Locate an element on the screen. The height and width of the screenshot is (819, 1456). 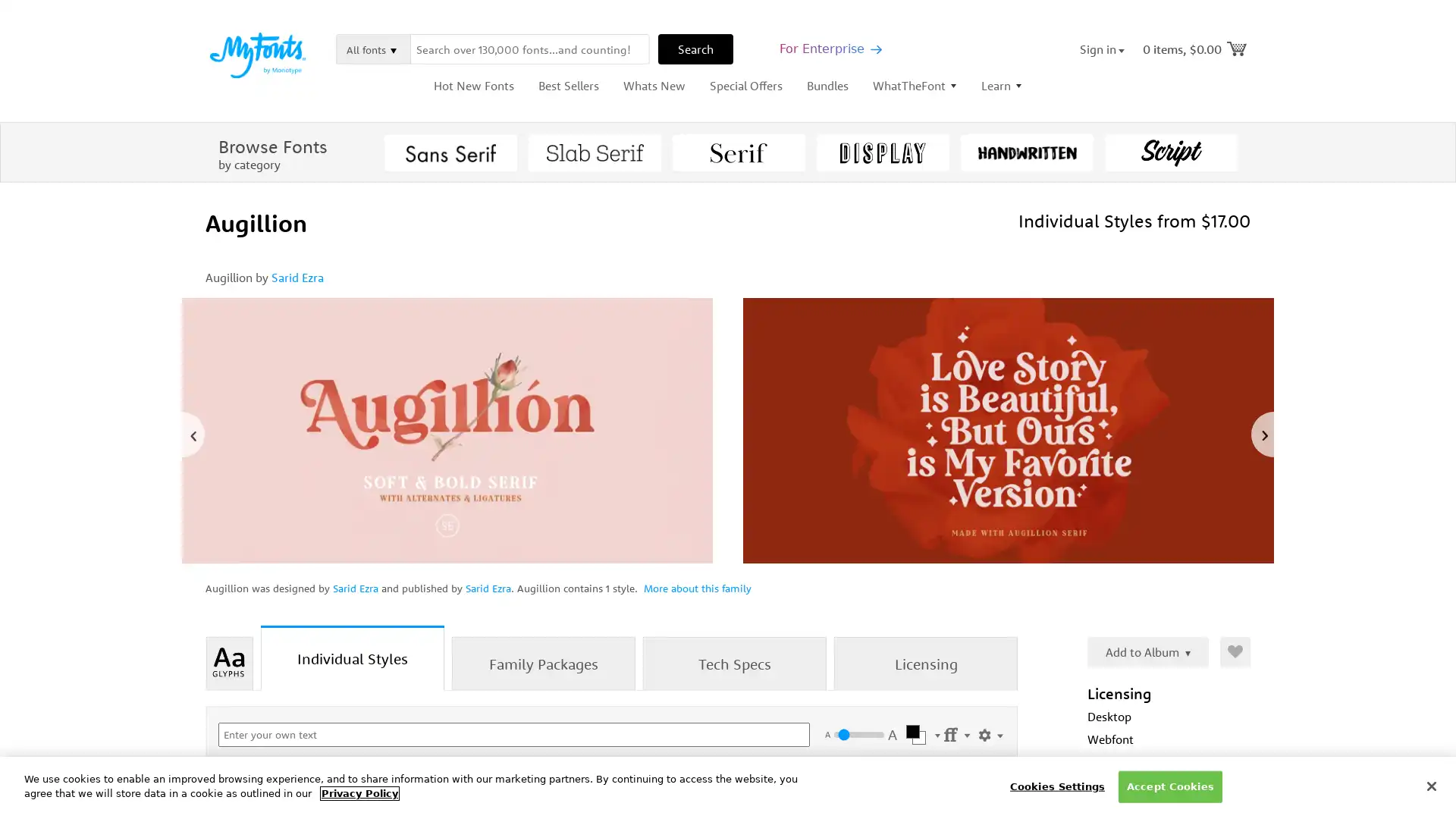
Learn is located at coordinates (1001, 85).